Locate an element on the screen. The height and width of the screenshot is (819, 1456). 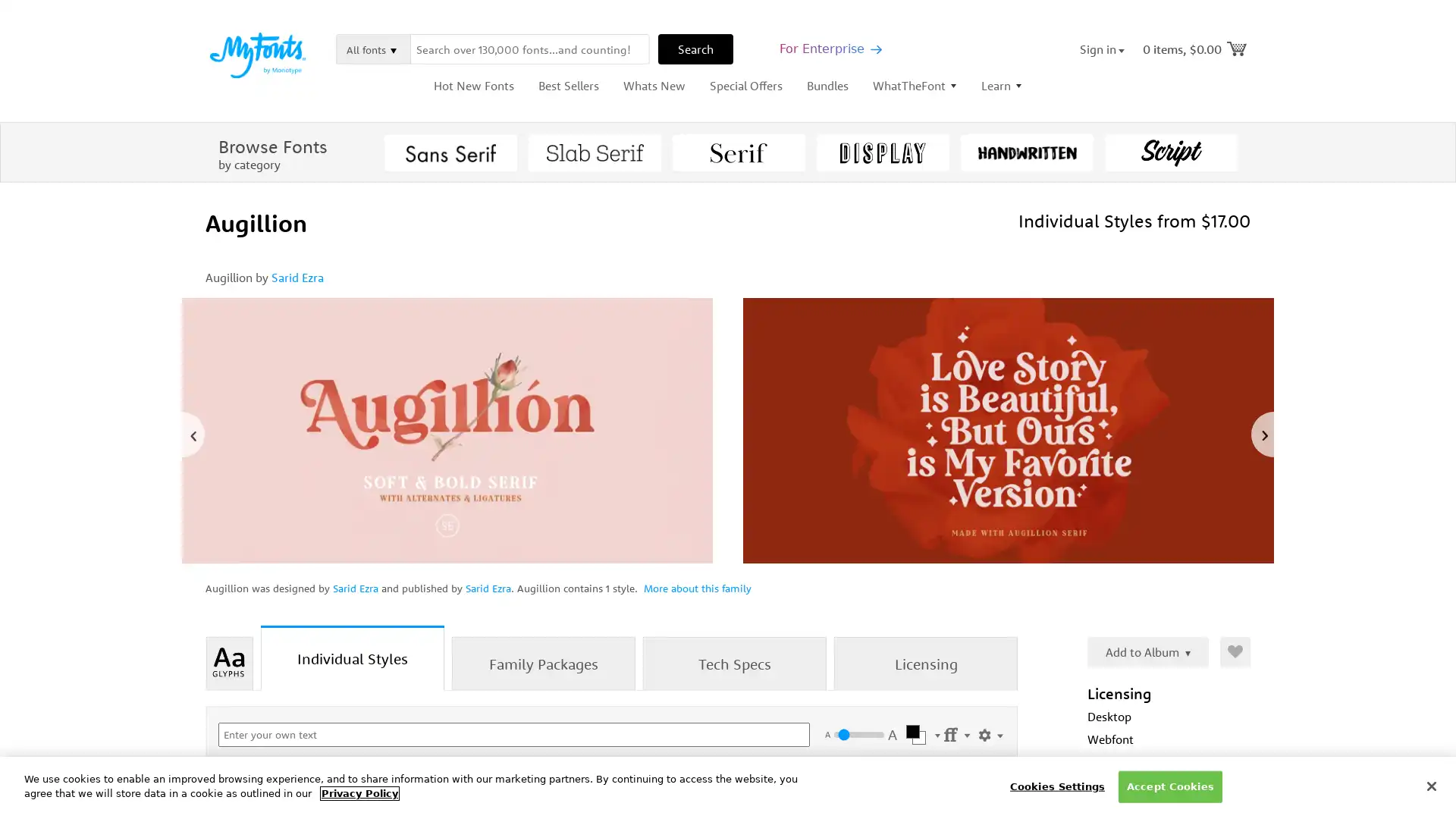
Learn is located at coordinates (1001, 85).